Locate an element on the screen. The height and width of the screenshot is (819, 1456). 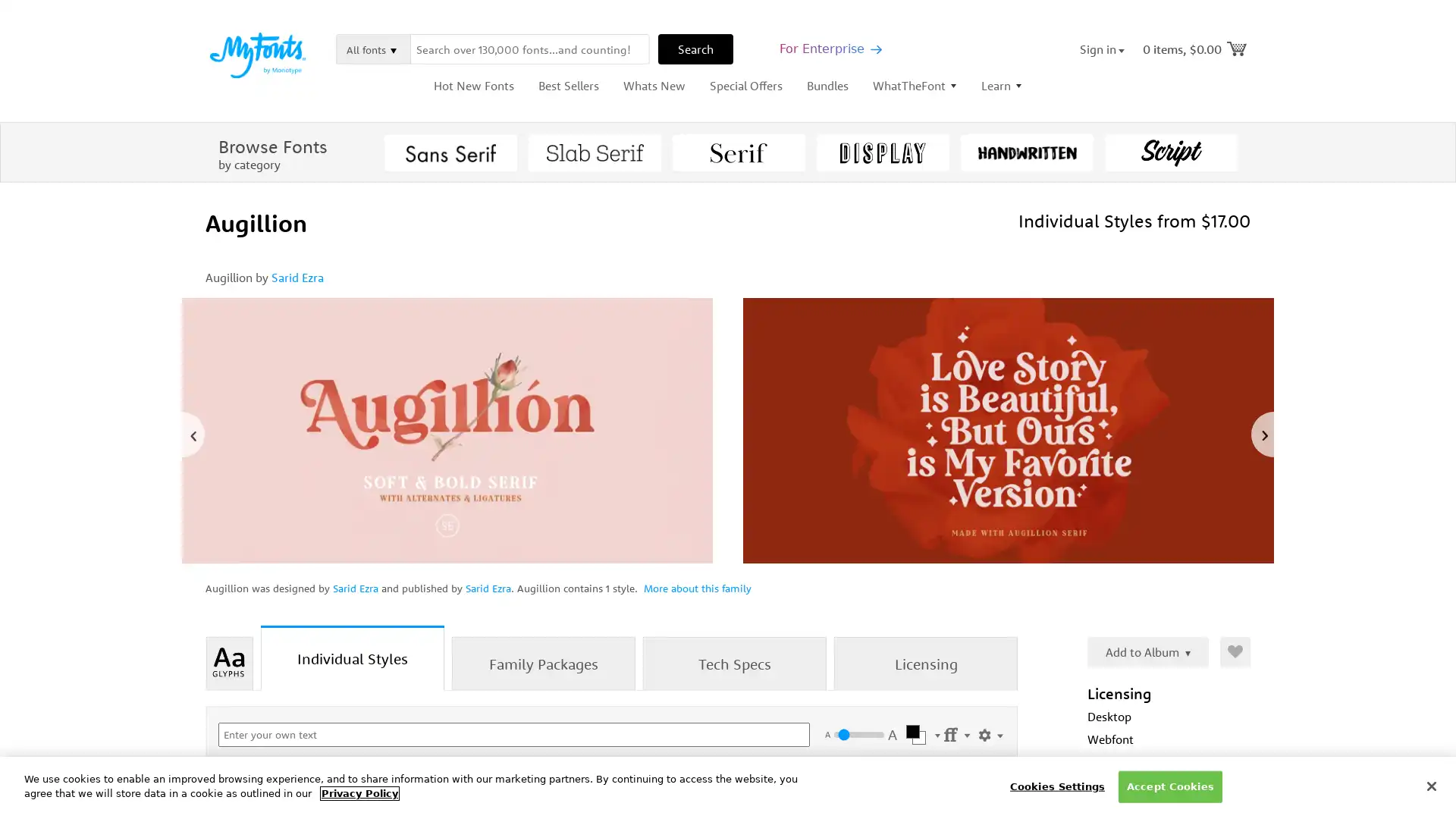
Learn is located at coordinates (1001, 85).